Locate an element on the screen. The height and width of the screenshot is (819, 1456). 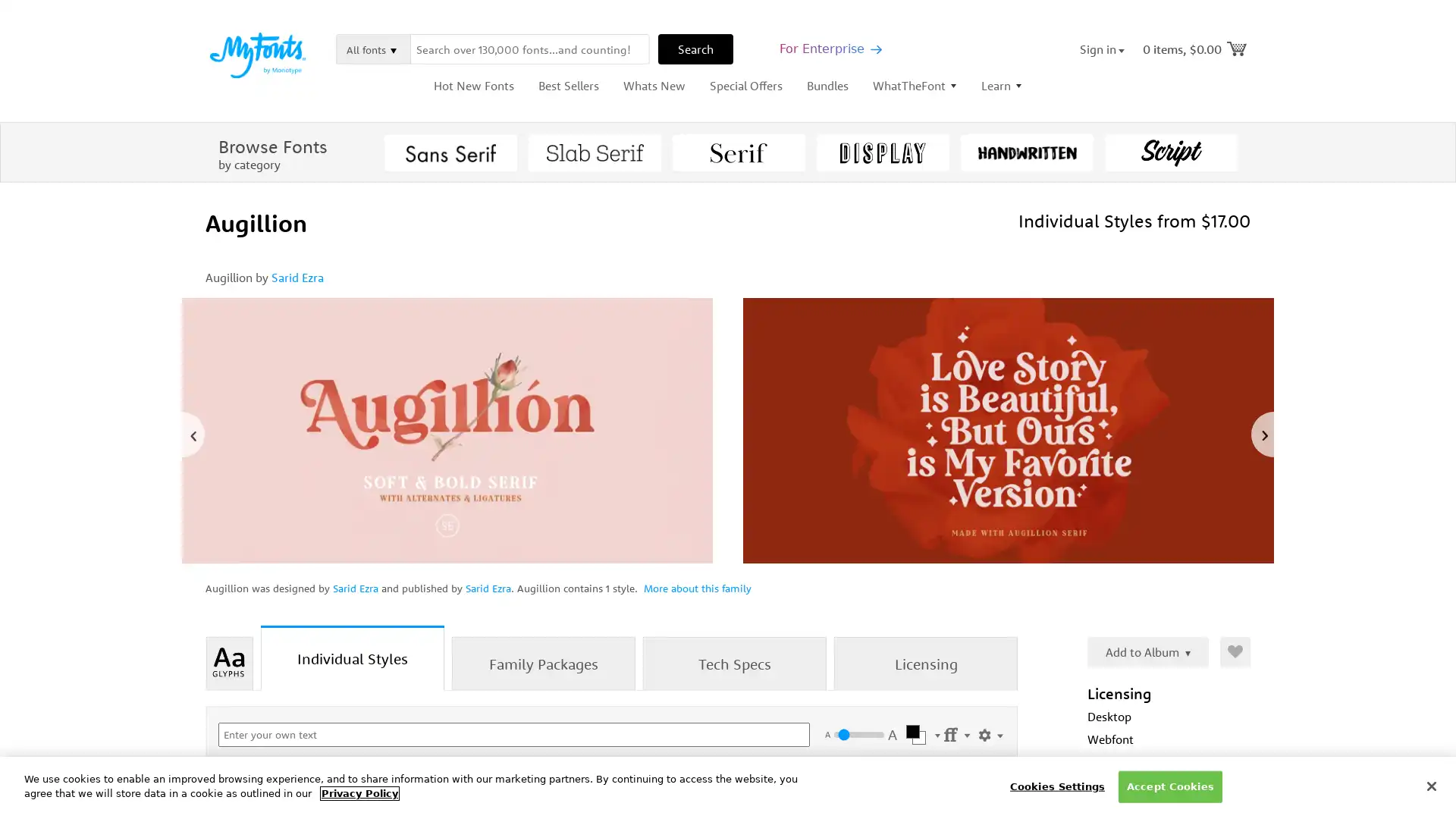
Learn is located at coordinates (1001, 85).